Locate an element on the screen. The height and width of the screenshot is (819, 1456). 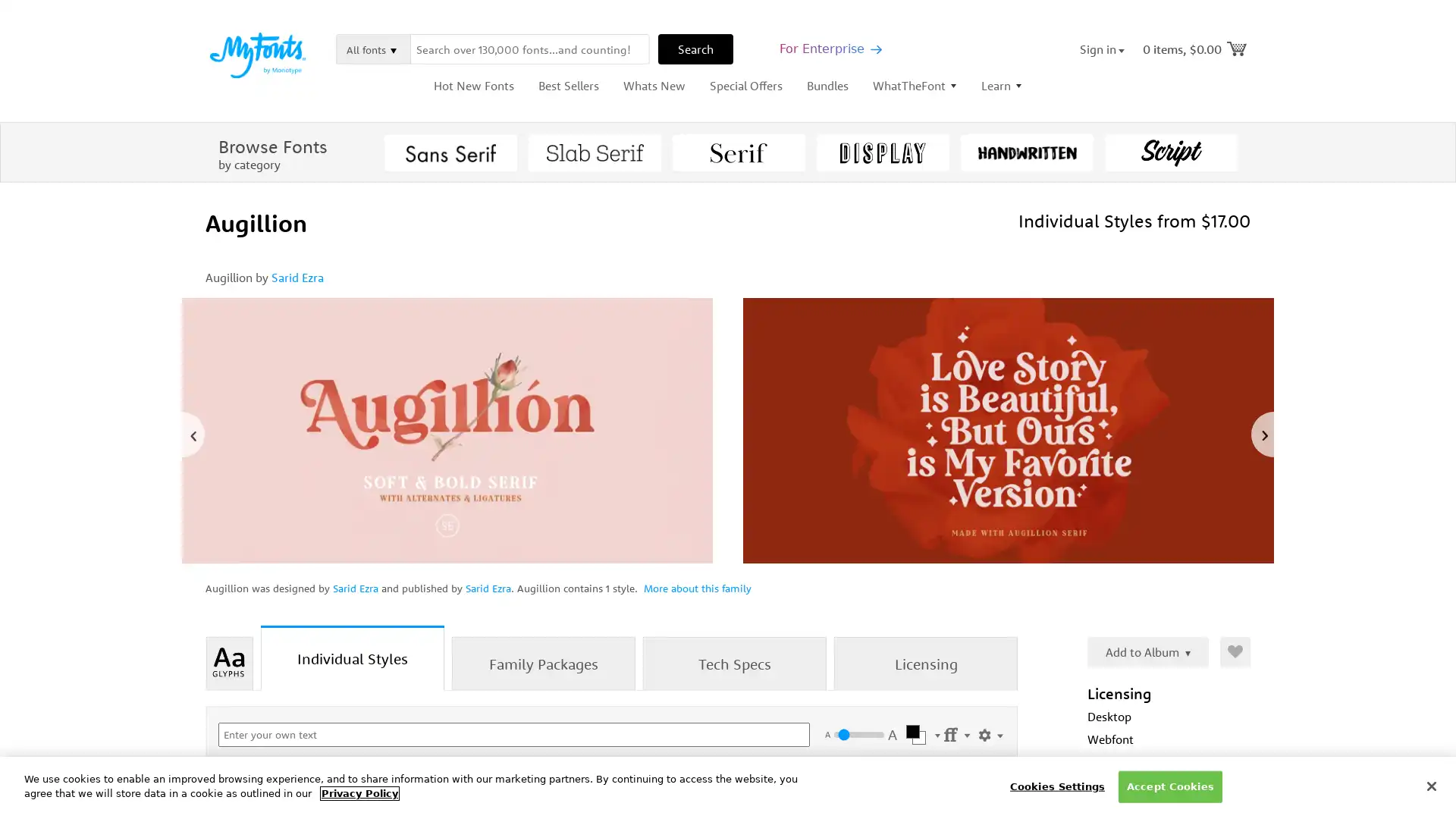
Learn is located at coordinates (1001, 85).